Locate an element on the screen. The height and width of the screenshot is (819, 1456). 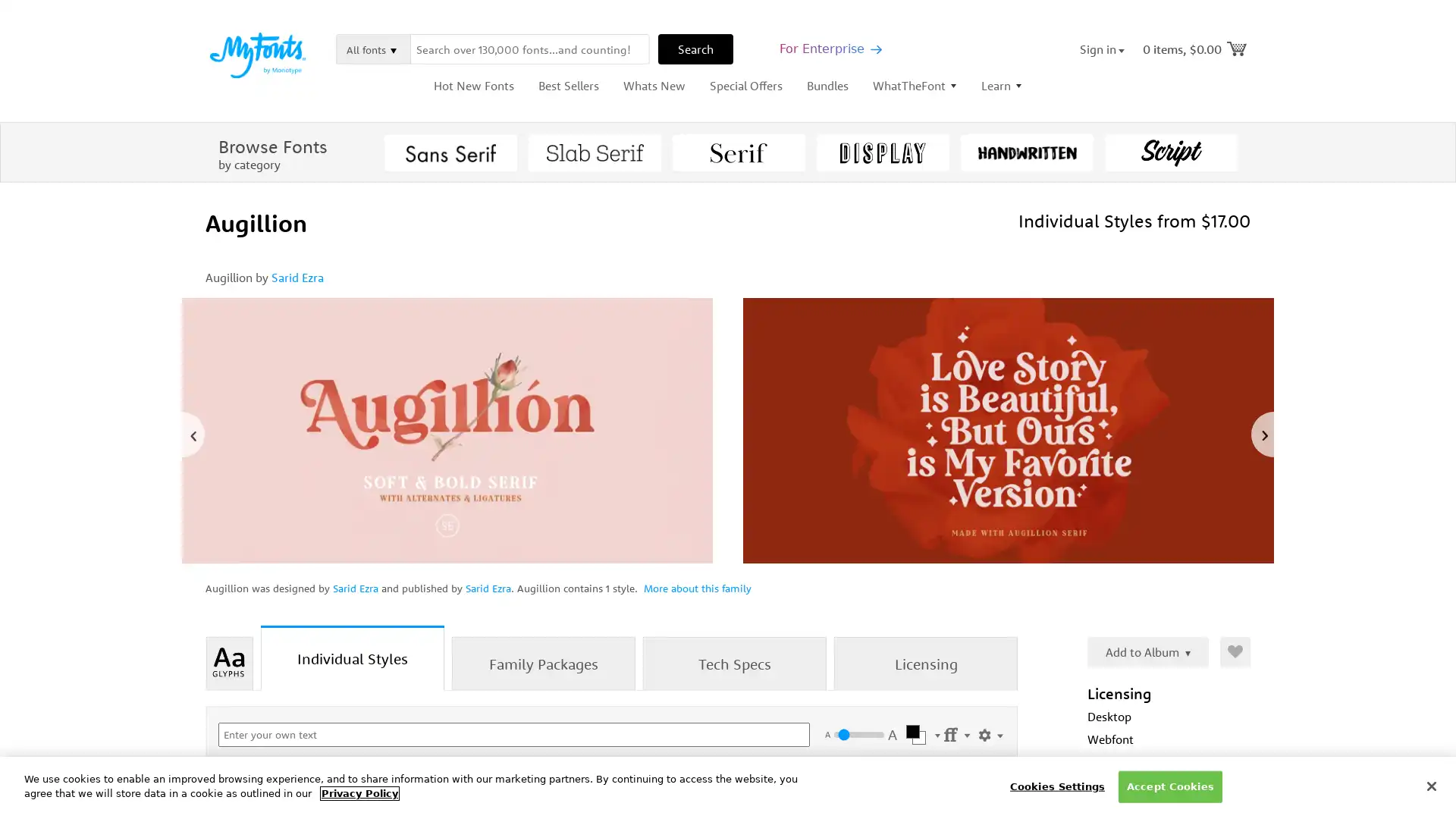
Learn is located at coordinates (1001, 85).